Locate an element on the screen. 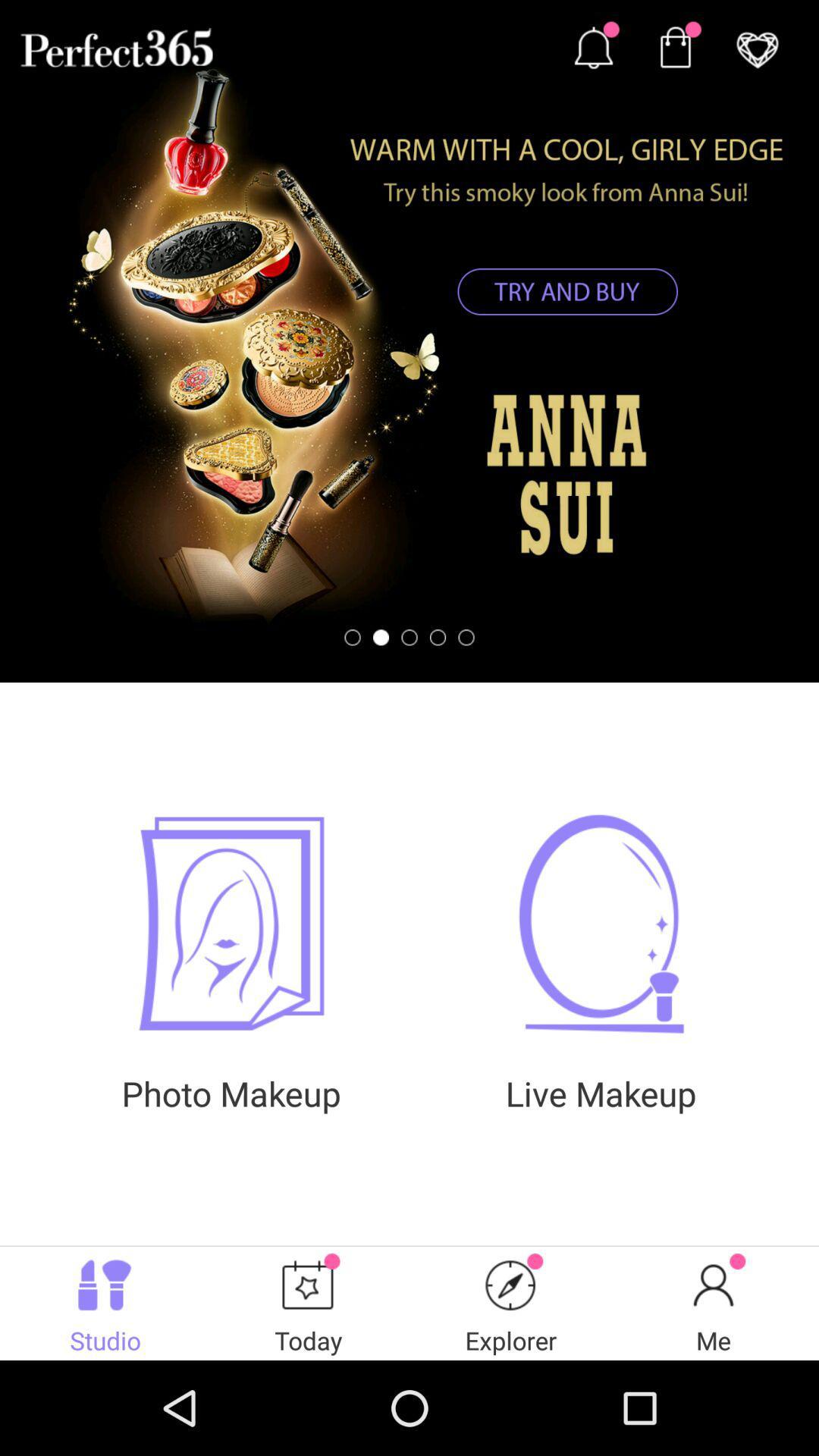  the shop icon is located at coordinates (674, 51).